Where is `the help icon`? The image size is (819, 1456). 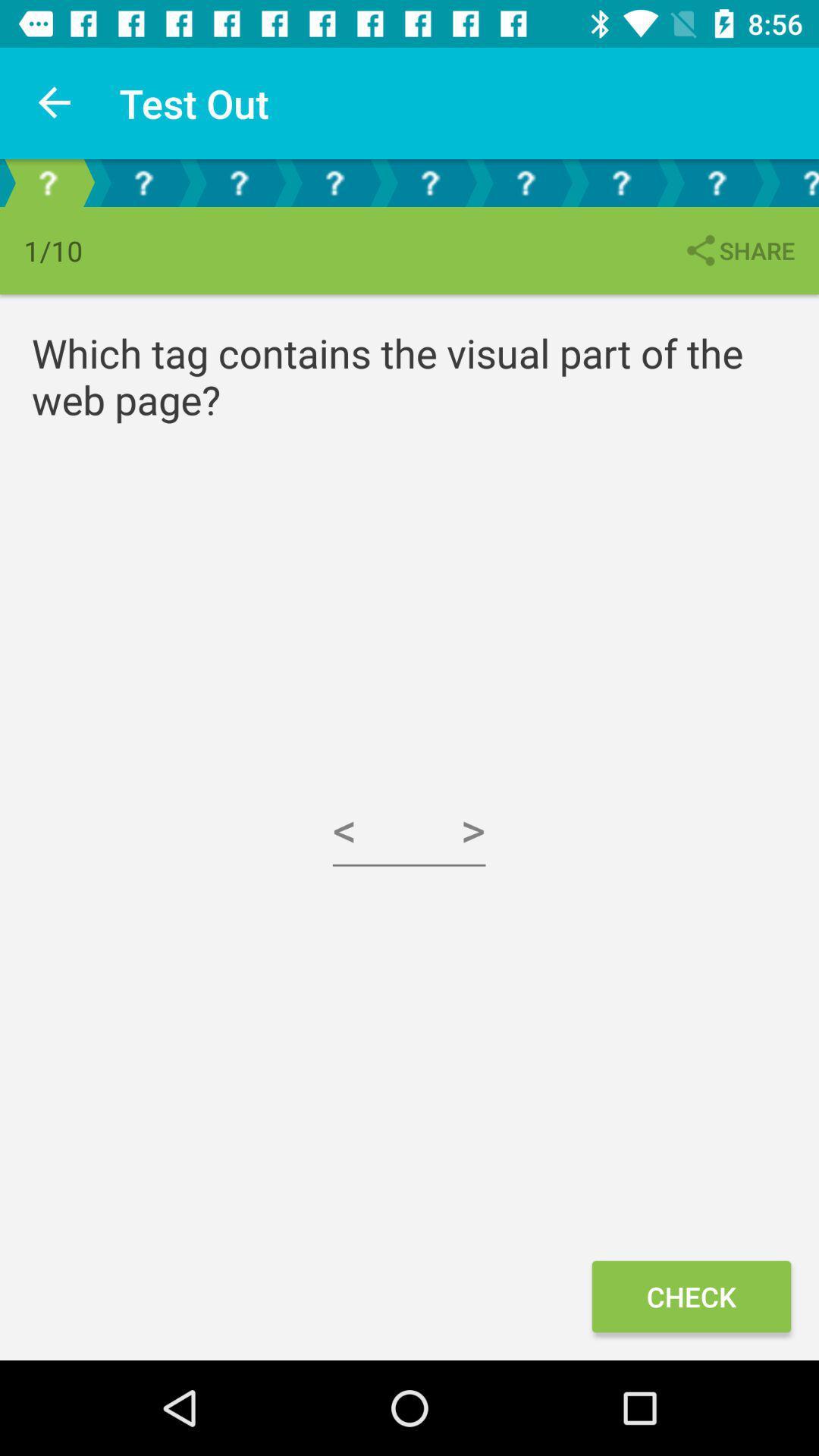
the help icon is located at coordinates (333, 182).